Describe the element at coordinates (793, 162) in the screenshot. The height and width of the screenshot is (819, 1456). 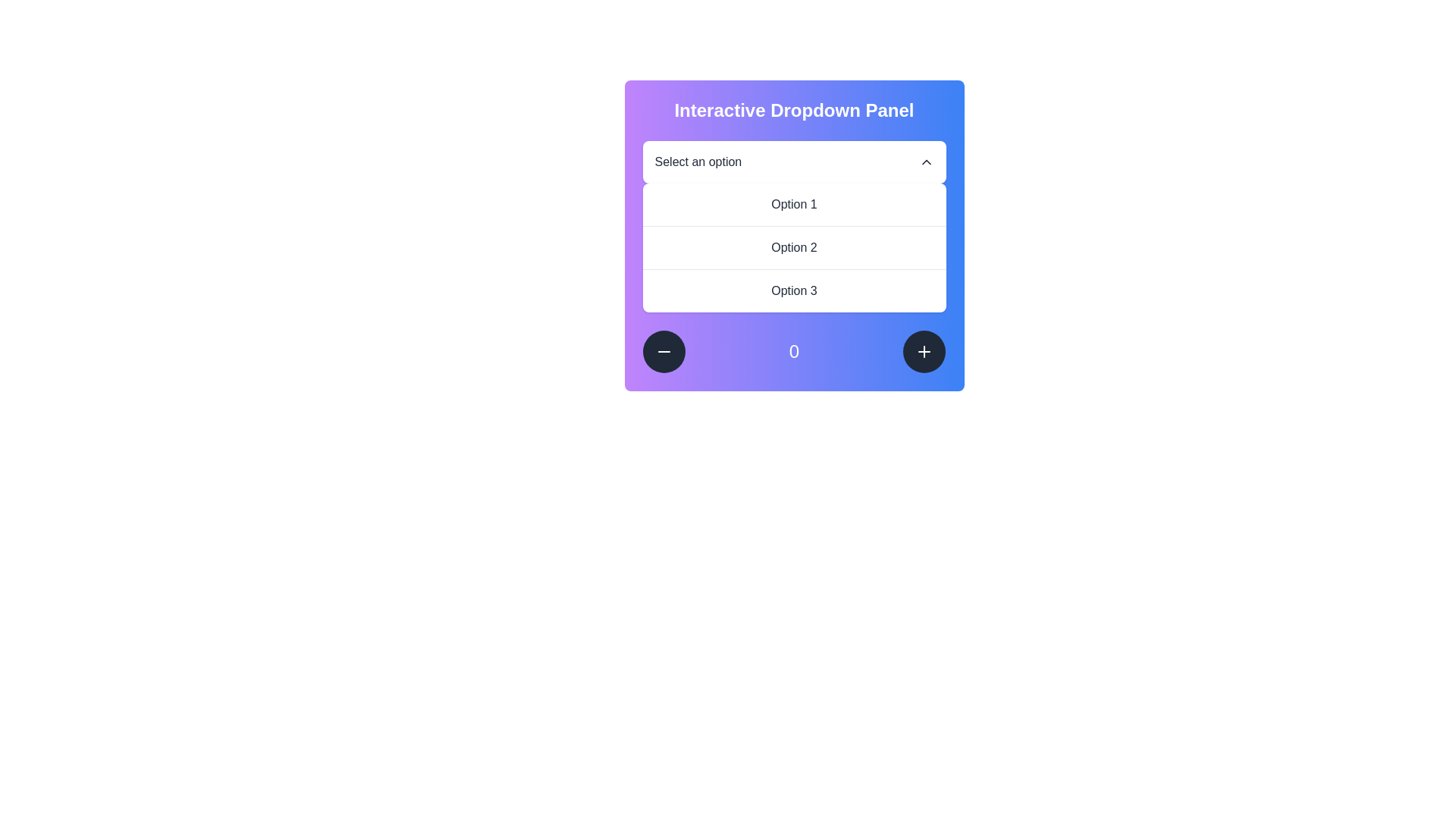
I see `the Dropdown button labeled 'Select an option' which is a white rectangular button with rounded corners, positioned below the title 'Interactive Dropdown Panel'` at that location.